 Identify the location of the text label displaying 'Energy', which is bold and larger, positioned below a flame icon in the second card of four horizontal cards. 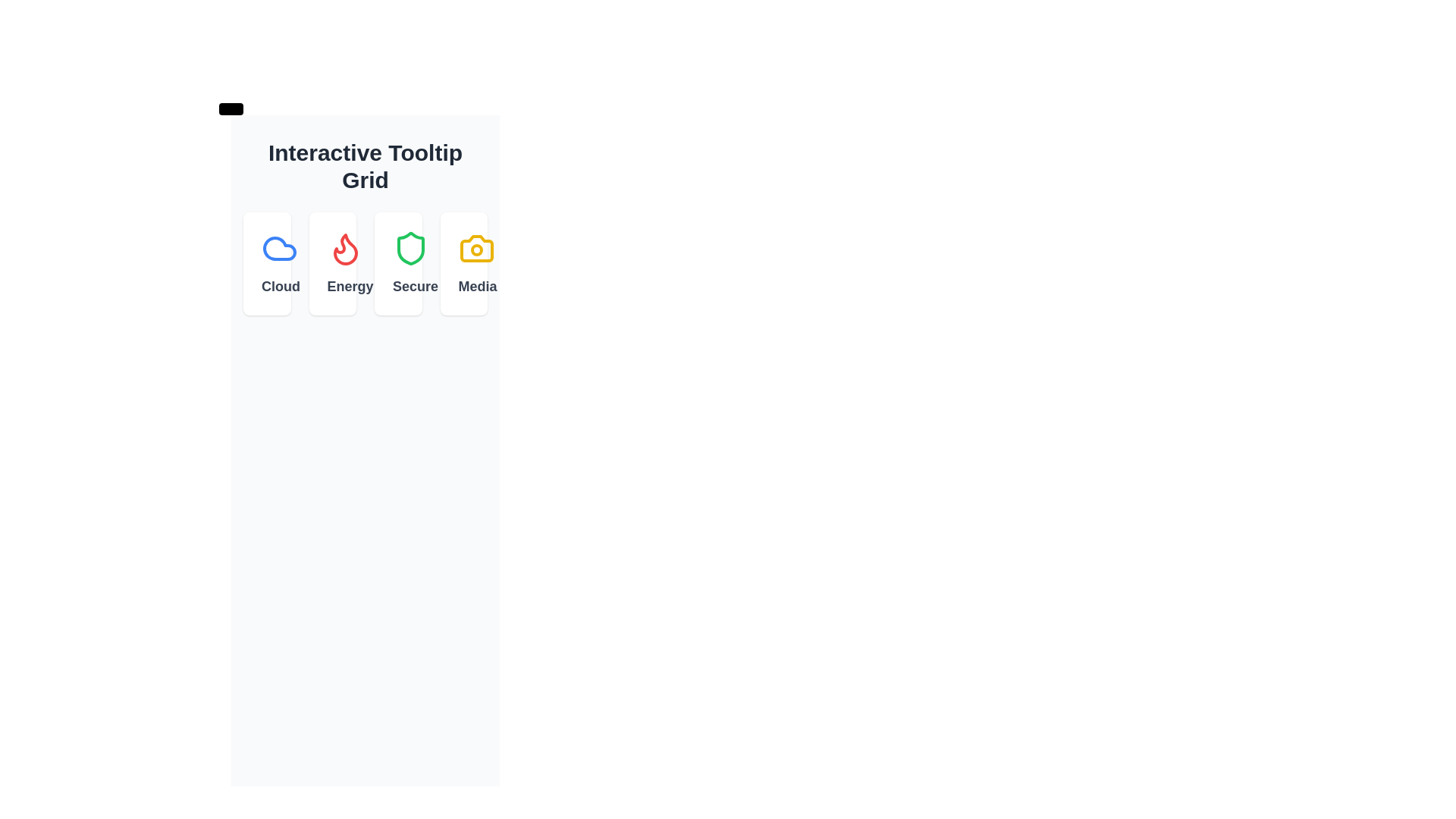
(331, 287).